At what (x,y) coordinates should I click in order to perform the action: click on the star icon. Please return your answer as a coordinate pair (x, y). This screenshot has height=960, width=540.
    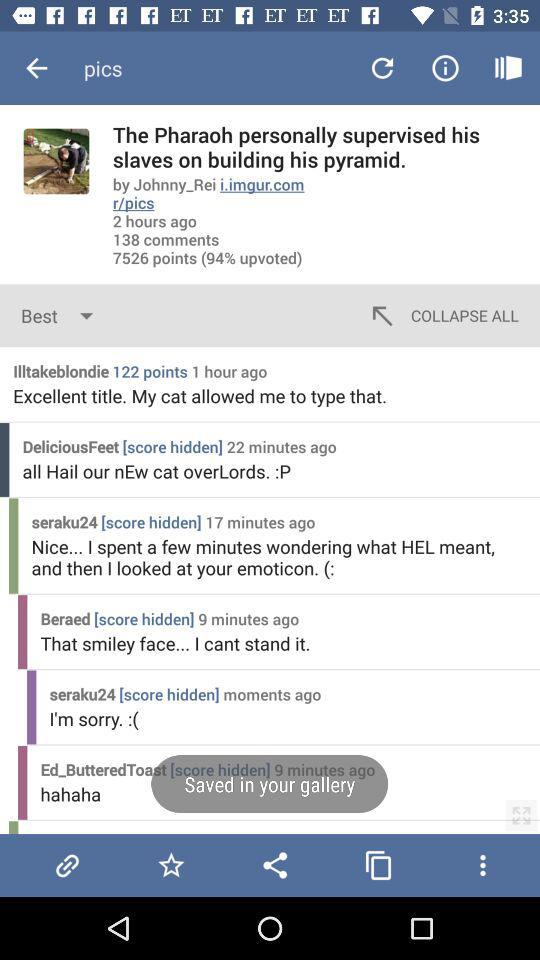
    Looking at the image, I should click on (171, 864).